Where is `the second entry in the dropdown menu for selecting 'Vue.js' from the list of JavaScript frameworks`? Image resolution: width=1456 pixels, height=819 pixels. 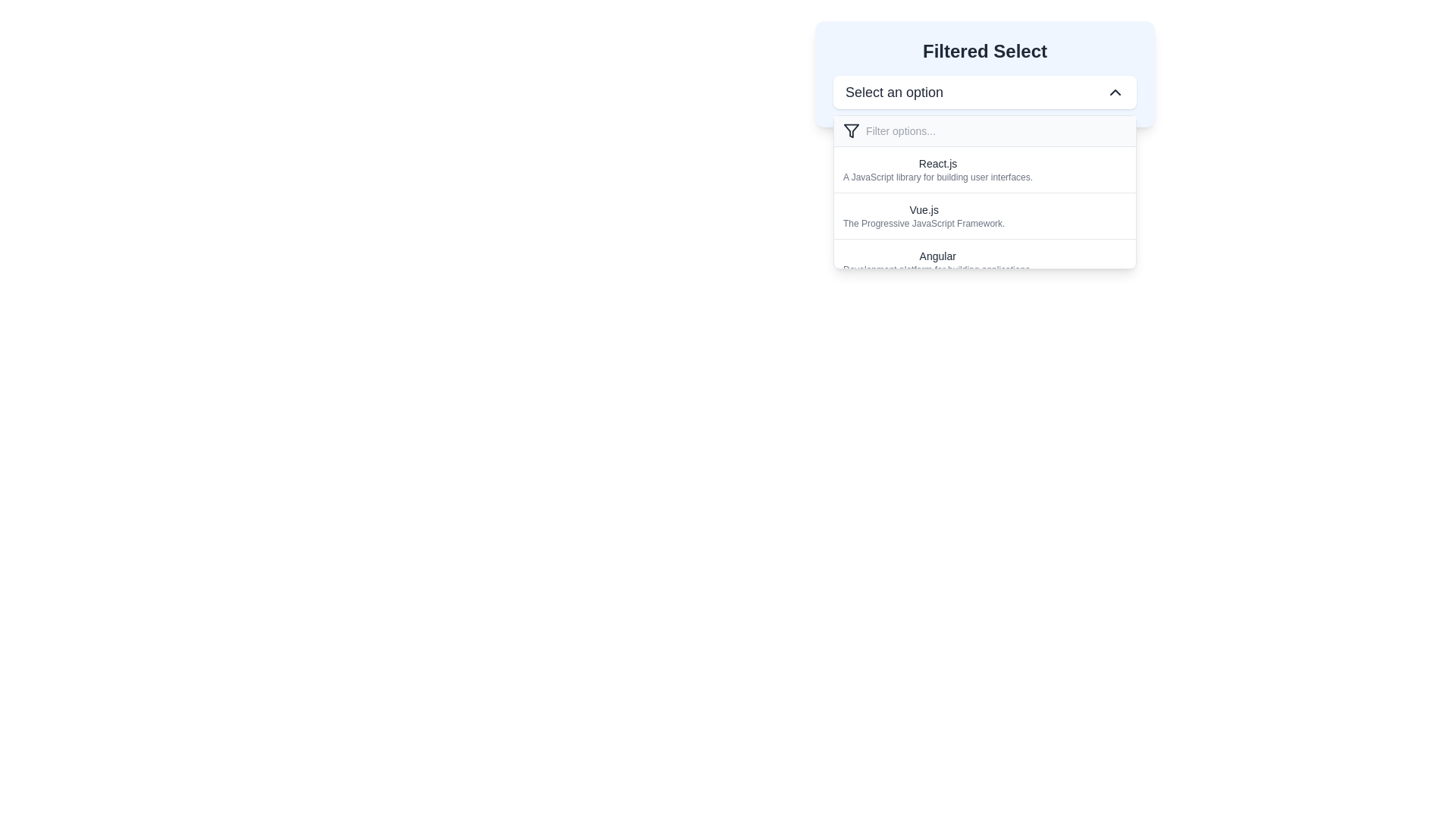 the second entry in the dropdown menu for selecting 'Vue.js' from the list of JavaScript frameworks is located at coordinates (985, 215).